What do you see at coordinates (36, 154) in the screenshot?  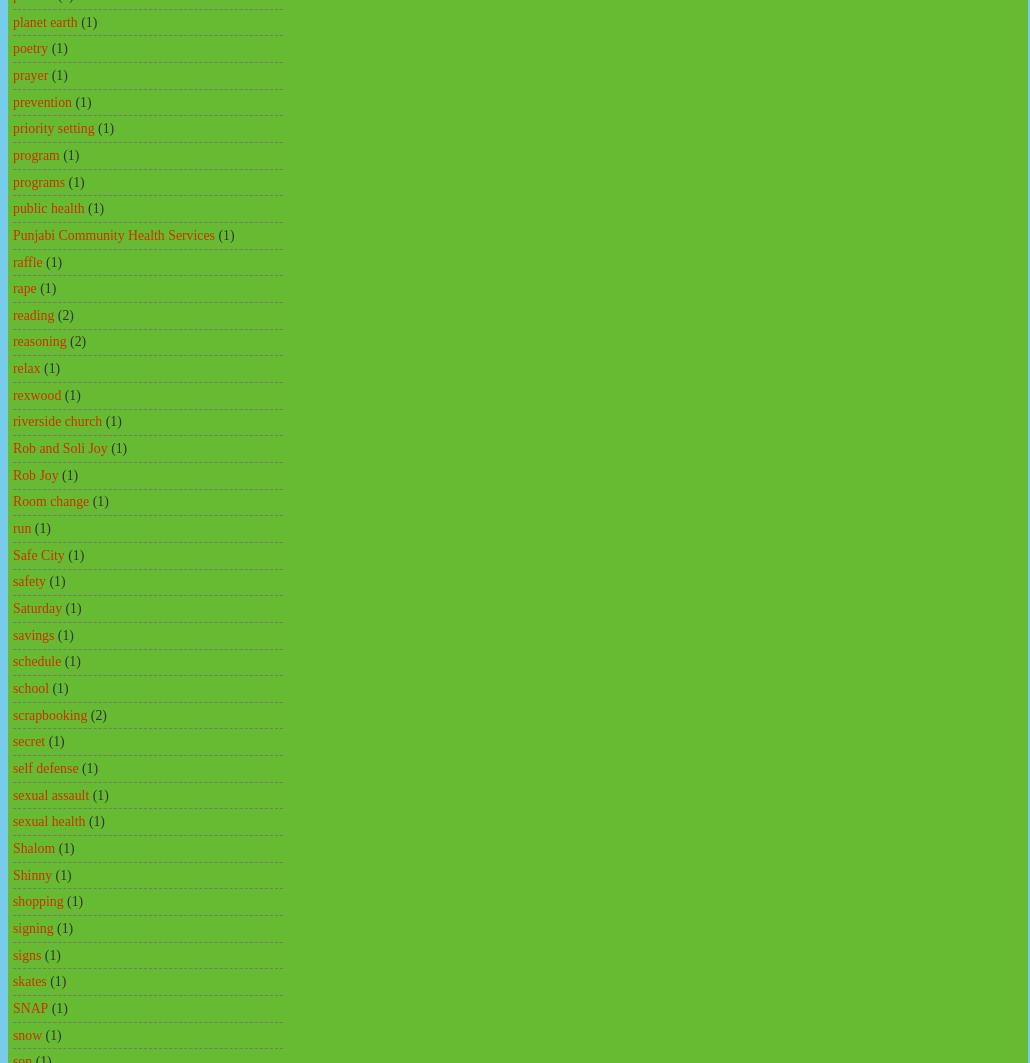 I see `'program'` at bounding box center [36, 154].